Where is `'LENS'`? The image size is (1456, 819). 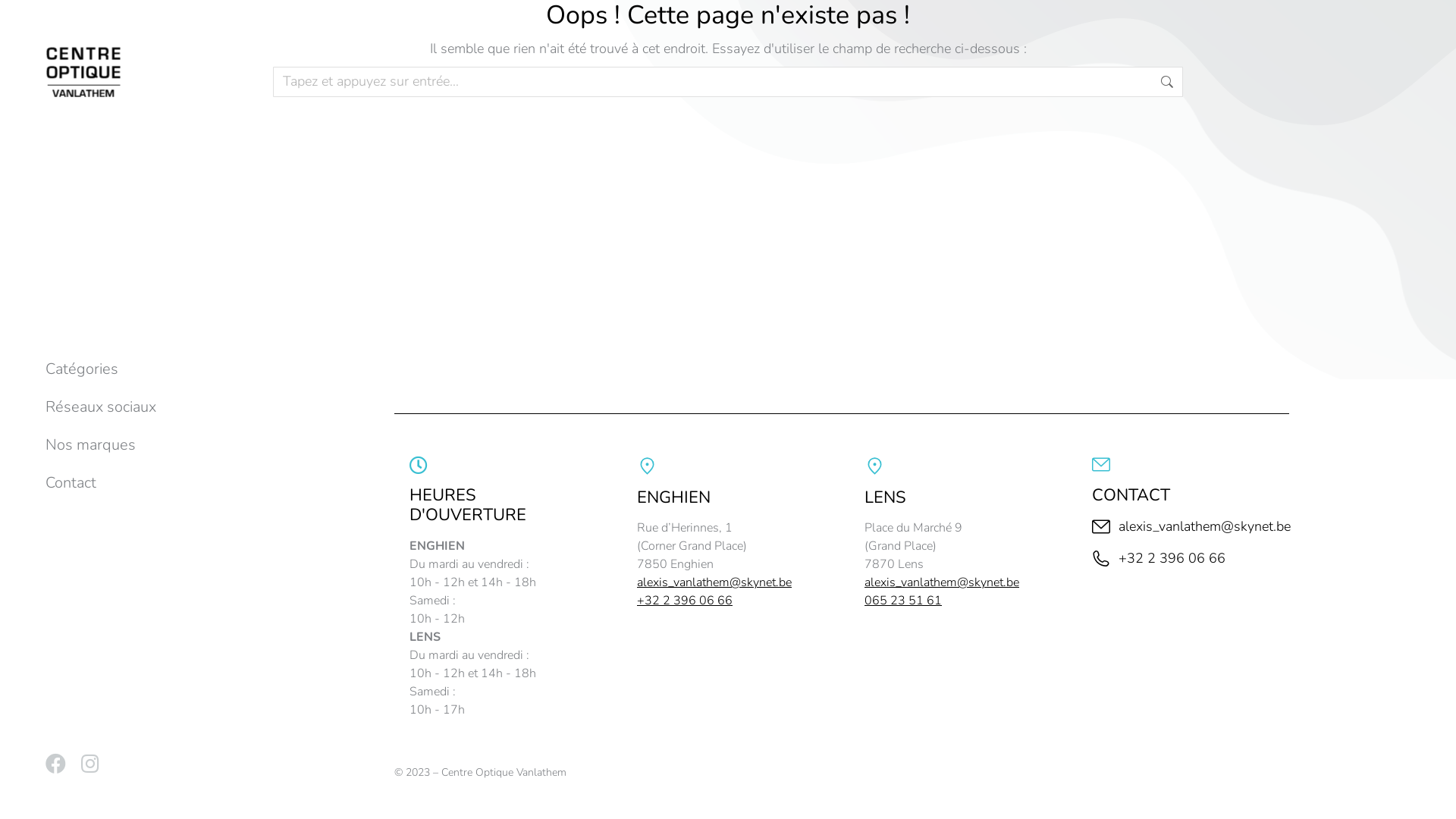 'LENS' is located at coordinates (885, 497).